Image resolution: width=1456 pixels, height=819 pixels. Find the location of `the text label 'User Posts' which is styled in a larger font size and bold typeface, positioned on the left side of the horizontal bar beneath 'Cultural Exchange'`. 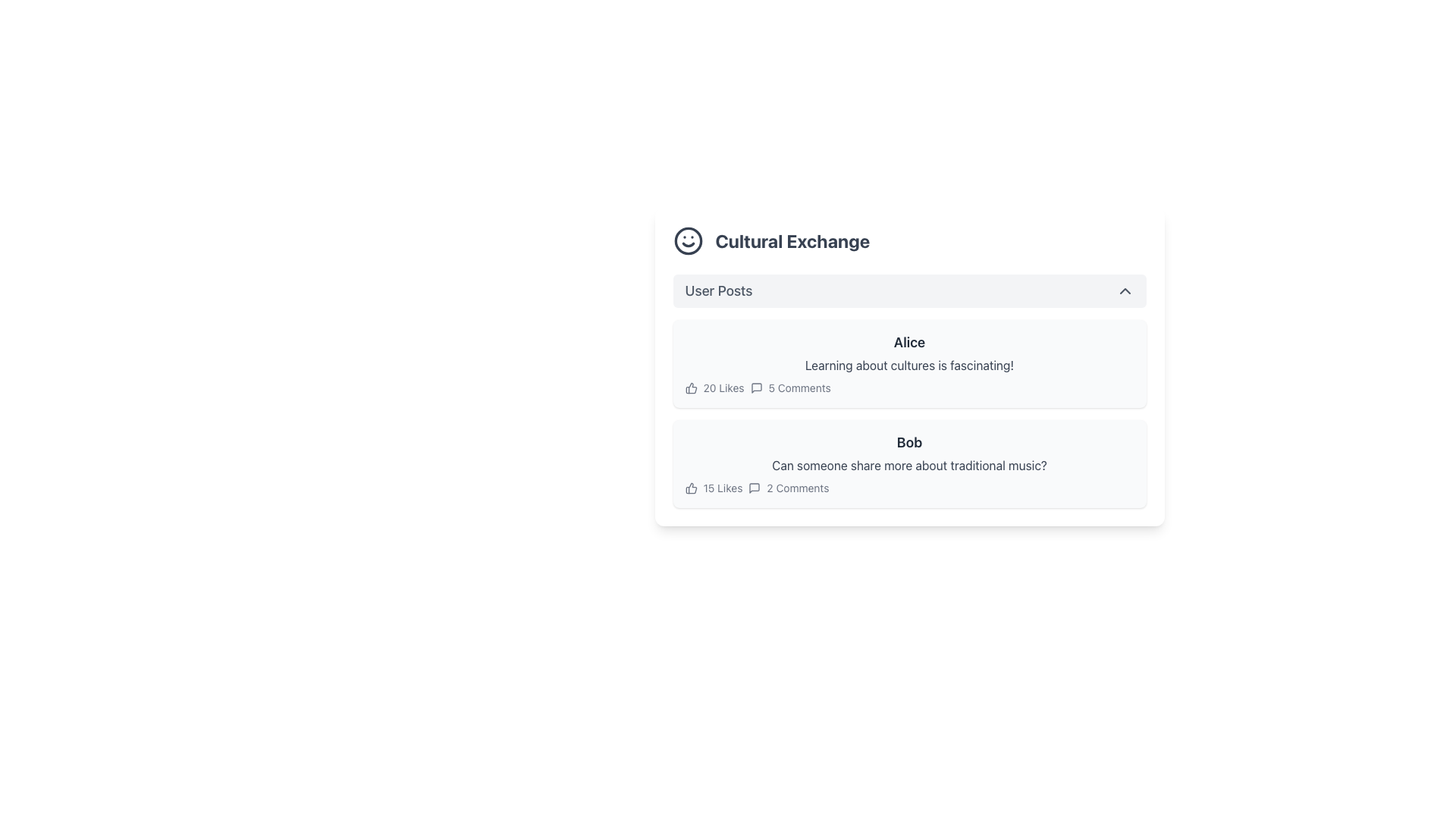

the text label 'User Posts' which is styled in a larger font size and bold typeface, positioned on the left side of the horizontal bar beneath 'Cultural Exchange' is located at coordinates (717, 291).